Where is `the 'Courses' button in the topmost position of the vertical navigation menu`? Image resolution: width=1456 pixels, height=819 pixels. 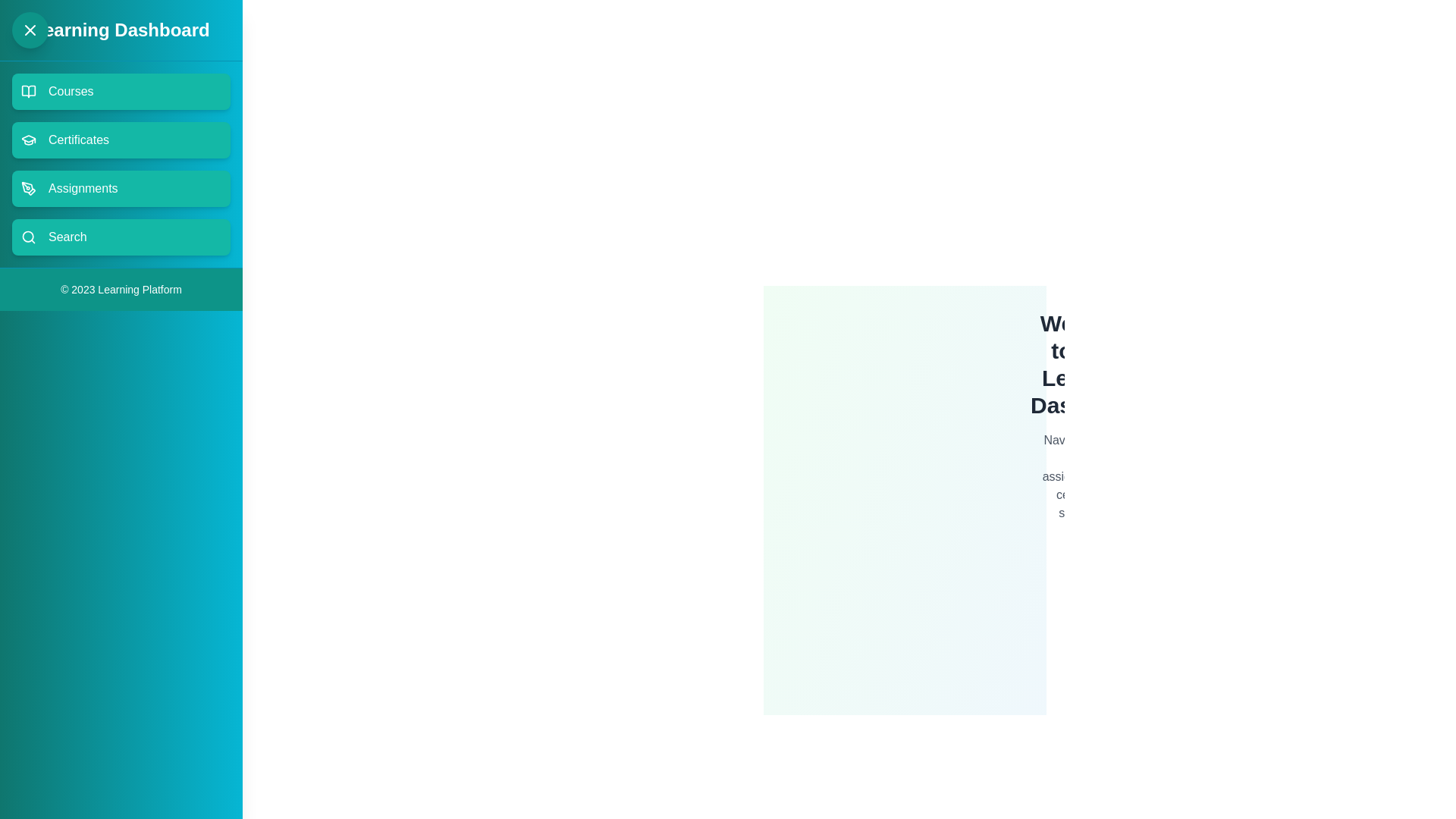
the 'Courses' button in the topmost position of the vertical navigation menu is located at coordinates (70, 91).